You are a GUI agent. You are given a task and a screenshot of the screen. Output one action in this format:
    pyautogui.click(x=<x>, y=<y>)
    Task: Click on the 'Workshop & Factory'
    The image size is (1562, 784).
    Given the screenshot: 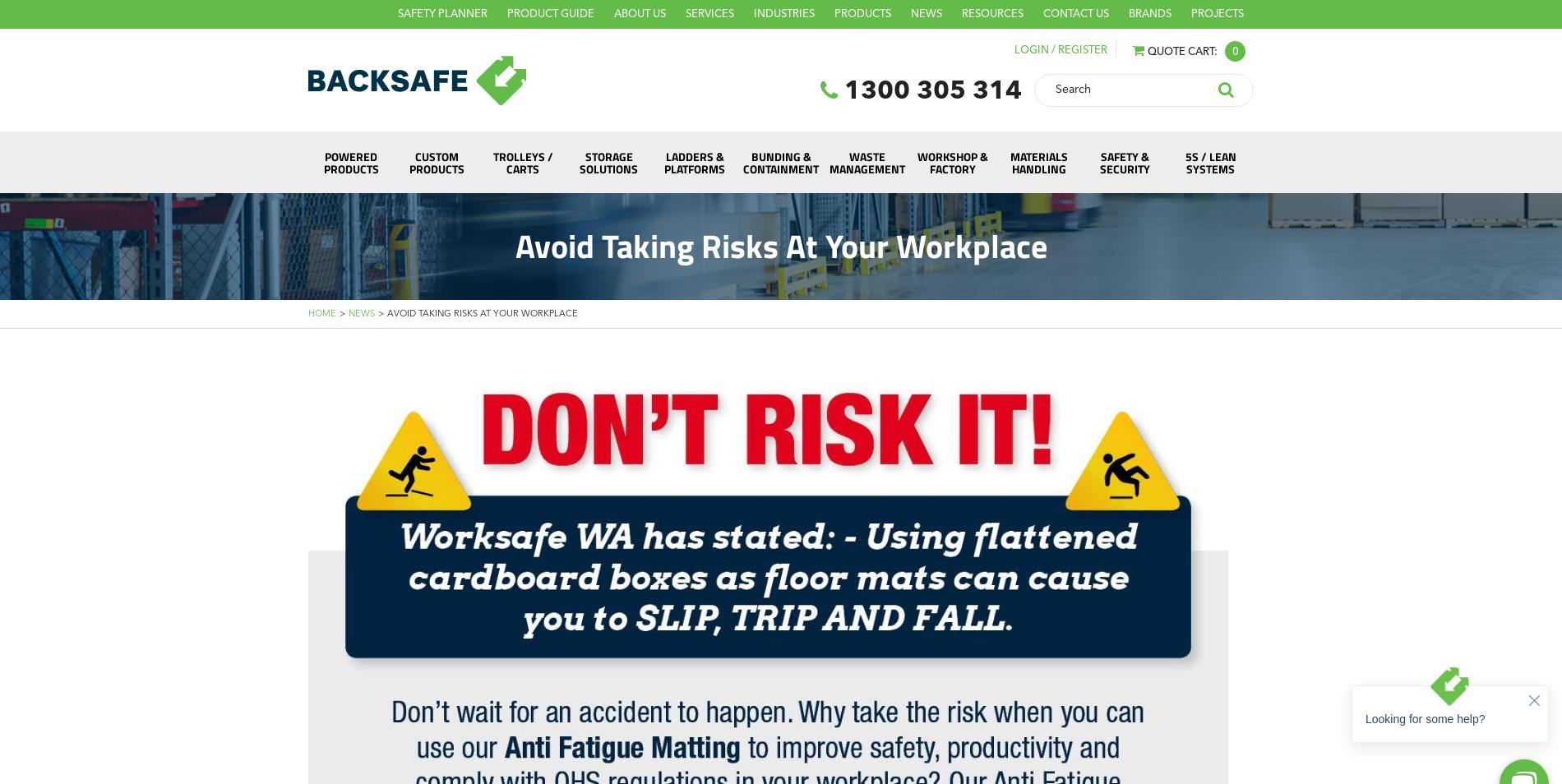 What is the action you would take?
    pyautogui.click(x=953, y=161)
    